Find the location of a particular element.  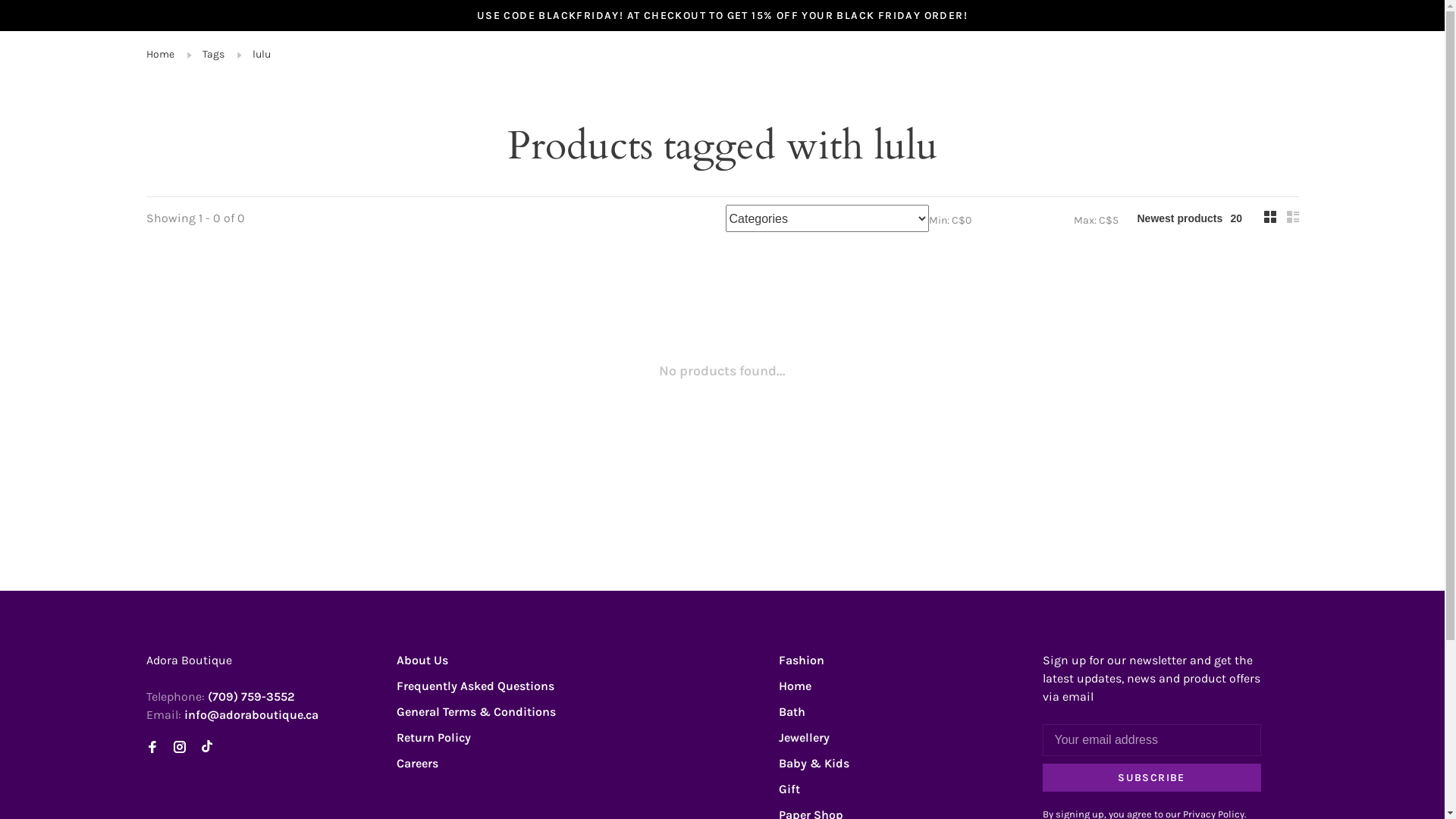

'Fashion' is located at coordinates (800, 659).